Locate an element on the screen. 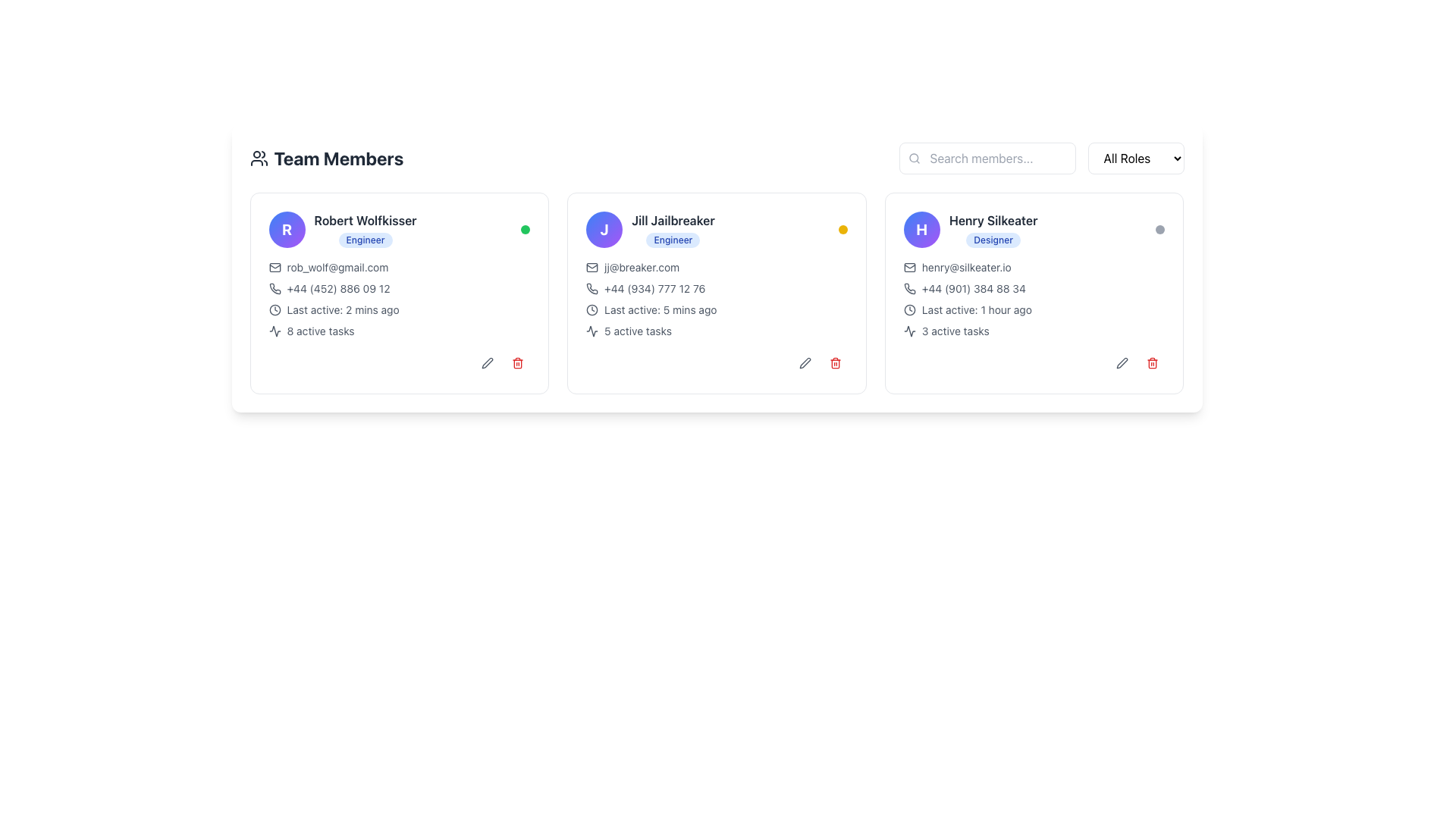 This screenshot has width=1456, height=819. the bold text 'Robert Wolfkisser' located in the first card under 'Team Members' is located at coordinates (366, 220).